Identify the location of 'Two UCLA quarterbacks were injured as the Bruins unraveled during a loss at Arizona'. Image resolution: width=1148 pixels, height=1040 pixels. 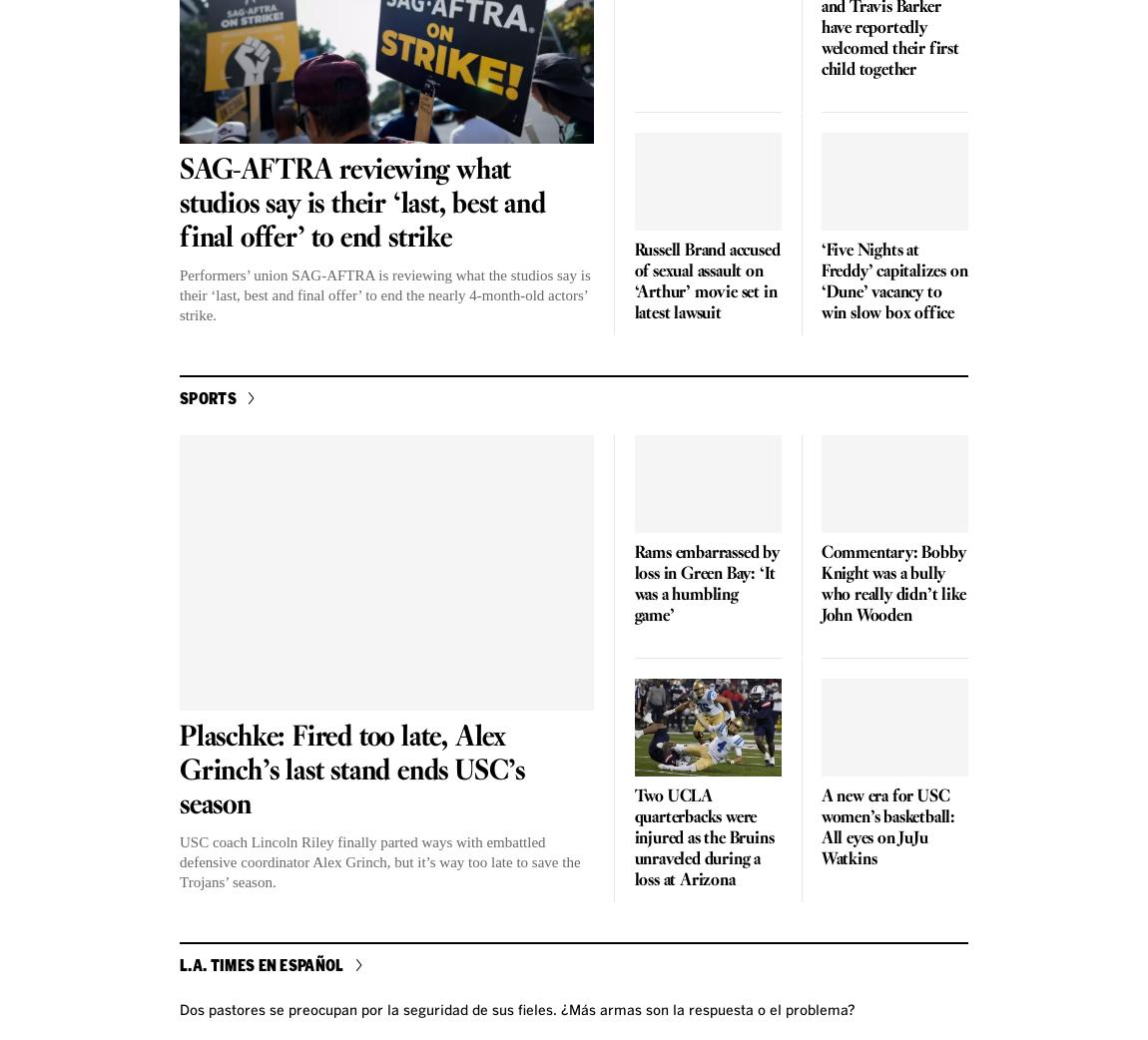
(702, 838).